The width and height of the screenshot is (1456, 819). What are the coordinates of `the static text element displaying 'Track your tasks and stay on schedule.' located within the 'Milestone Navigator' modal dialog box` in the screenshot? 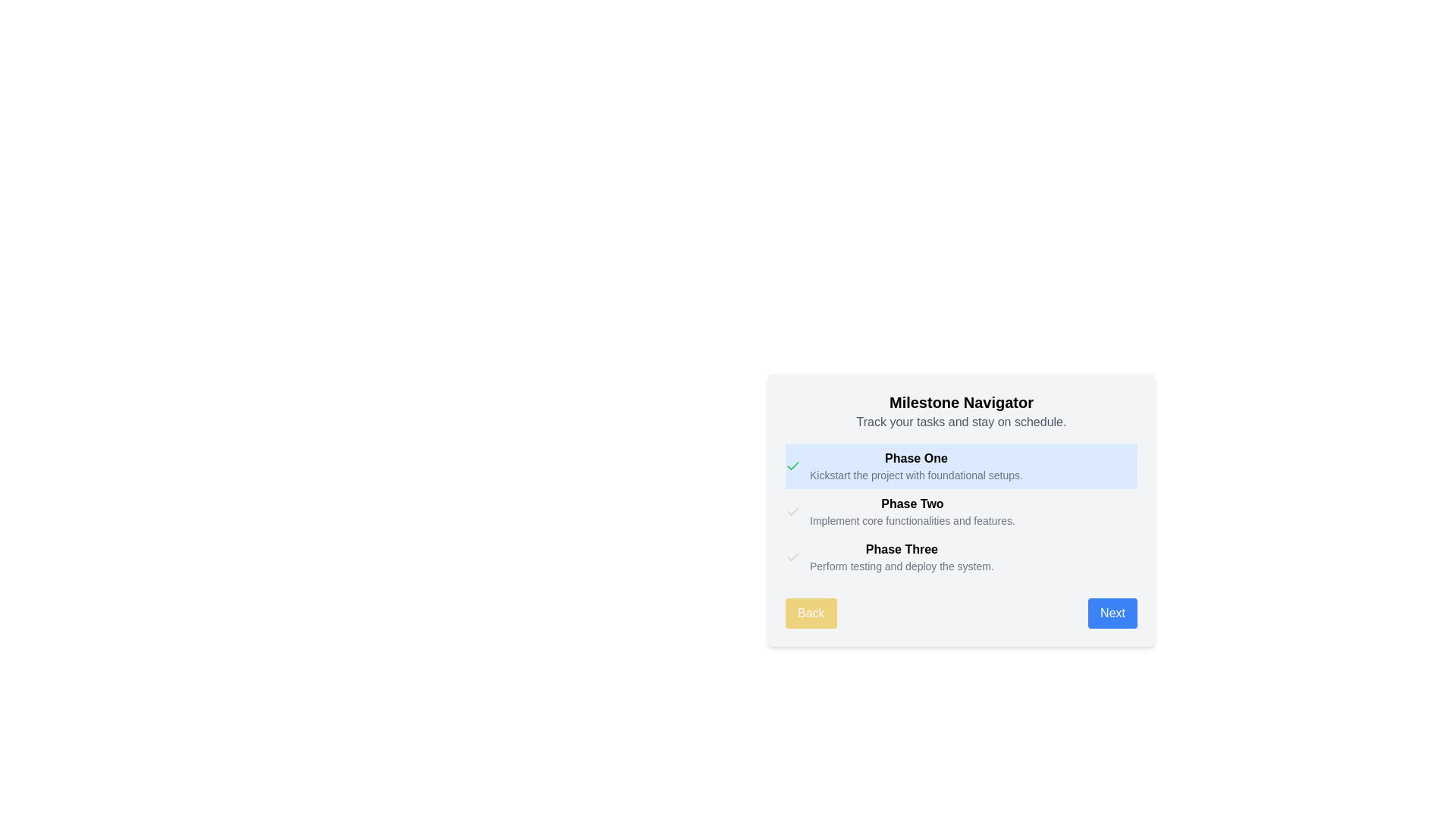 It's located at (960, 422).